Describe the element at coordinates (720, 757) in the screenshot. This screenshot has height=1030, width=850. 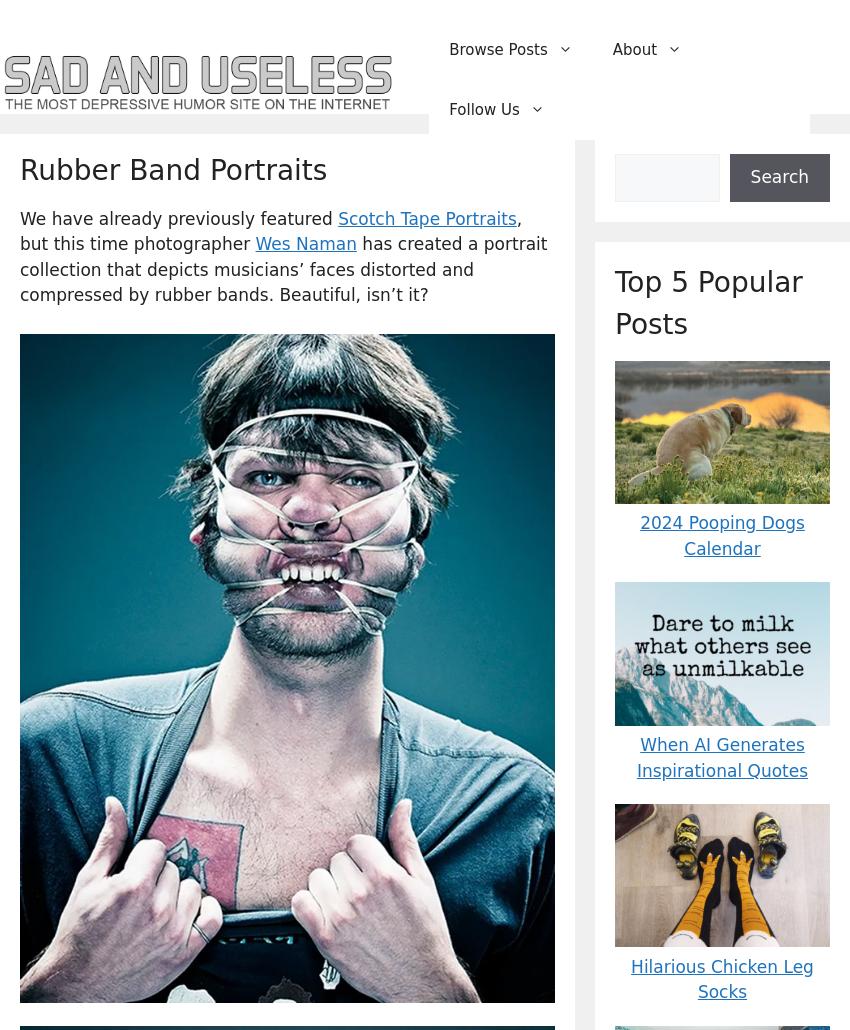
I see `'When AI Generates Inspirational Quotes'` at that location.